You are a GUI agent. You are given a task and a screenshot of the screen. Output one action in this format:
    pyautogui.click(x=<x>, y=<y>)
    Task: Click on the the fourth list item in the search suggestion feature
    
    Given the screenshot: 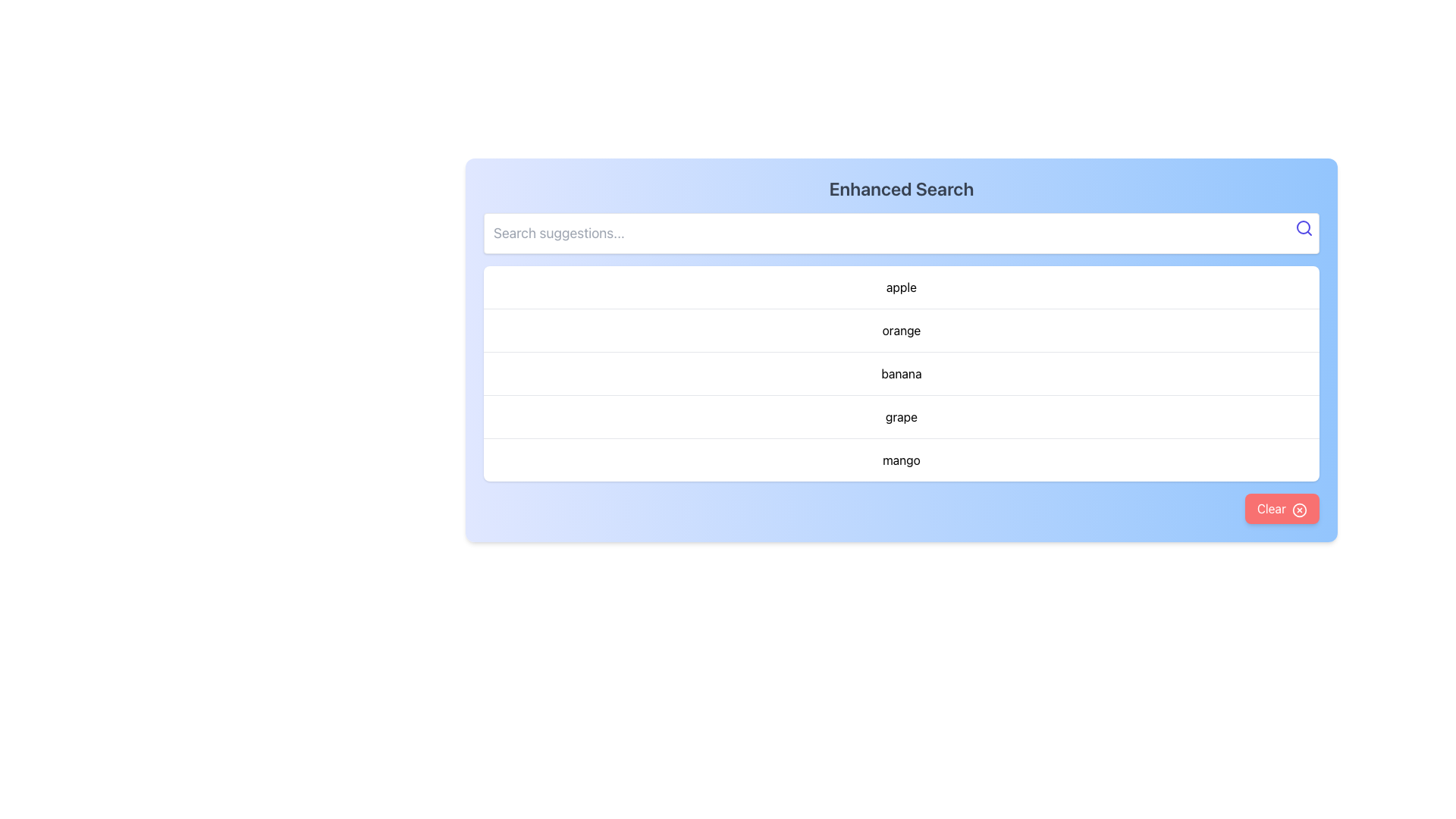 What is the action you would take?
    pyautogui.click(x=902, y=416)
    